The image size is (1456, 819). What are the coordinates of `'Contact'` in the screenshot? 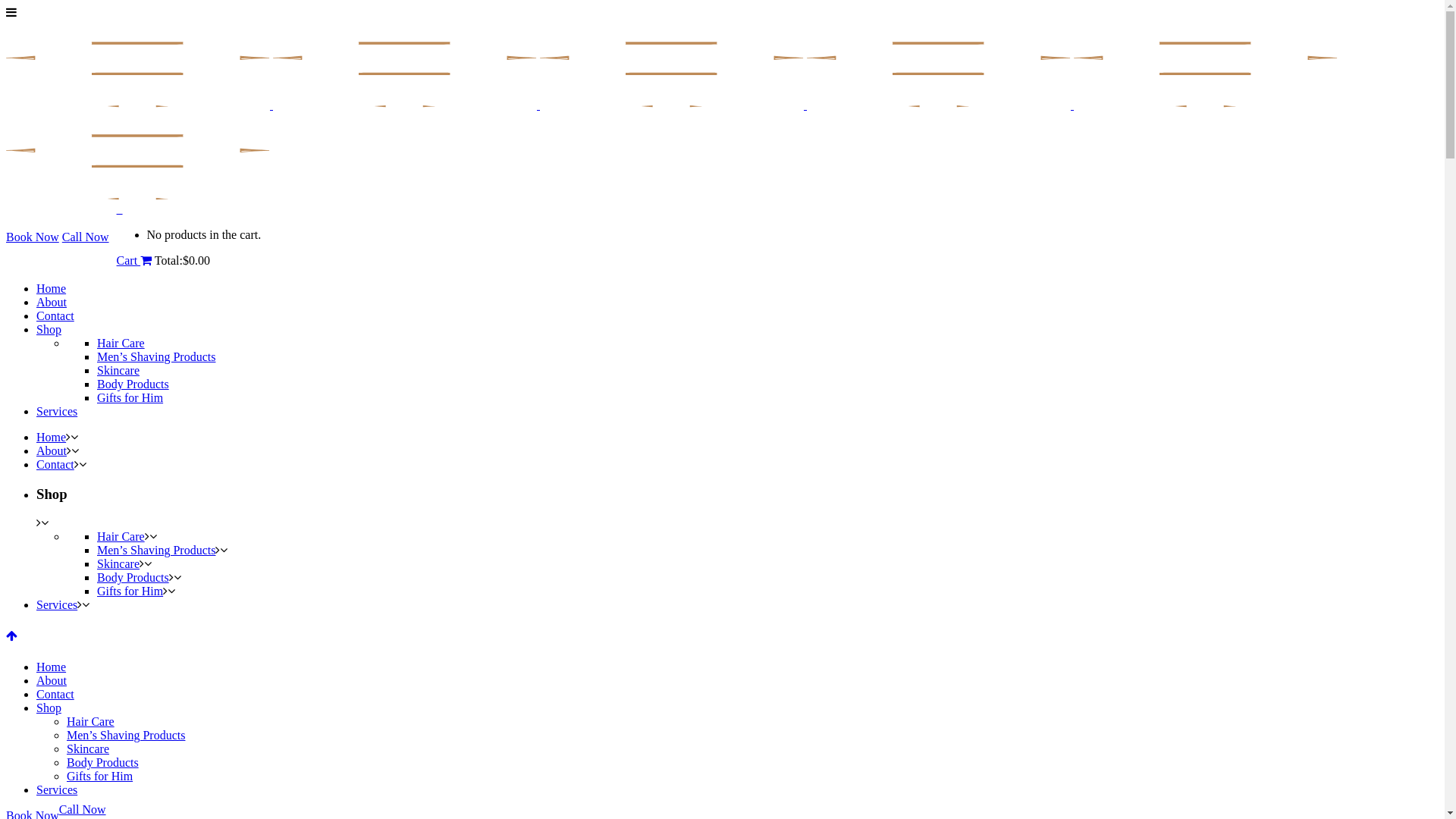 It's located at (55, 463).